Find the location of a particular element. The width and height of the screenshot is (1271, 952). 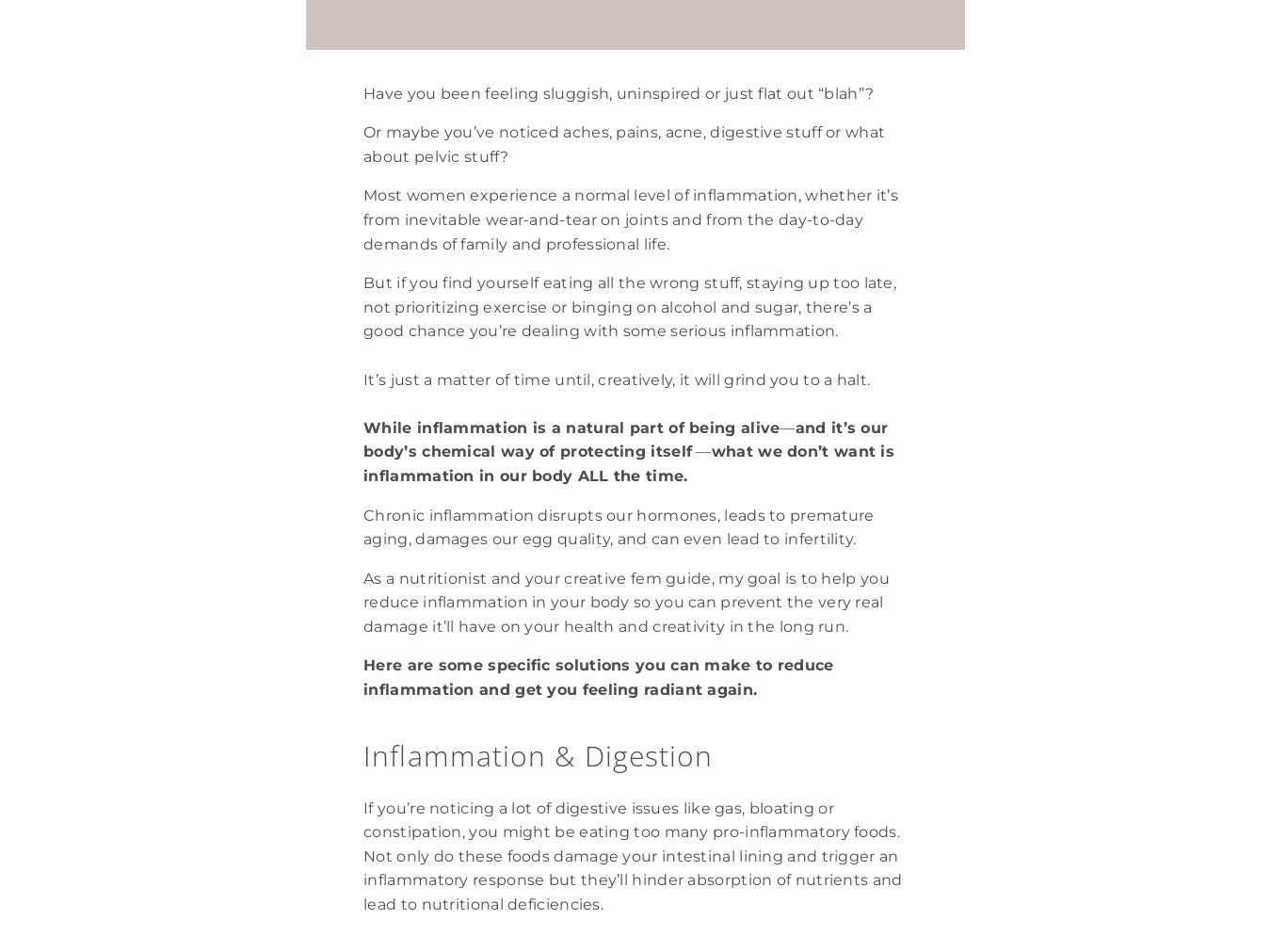

'what we don’t want is inflammation in our body ALL the time.' is located at coordinates (362, 461).